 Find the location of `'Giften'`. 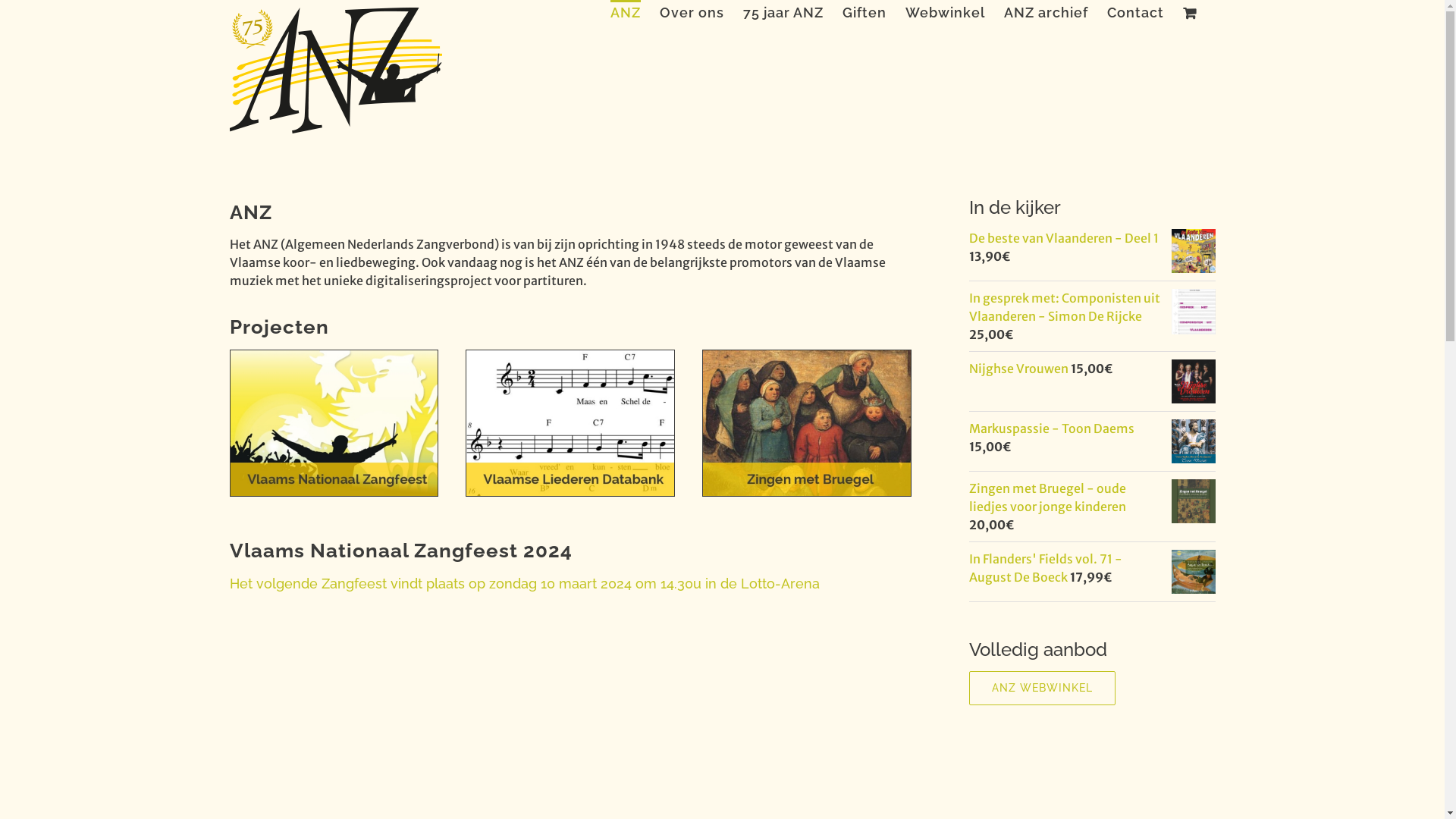

'Giften' is located at coordinates (863, 11).